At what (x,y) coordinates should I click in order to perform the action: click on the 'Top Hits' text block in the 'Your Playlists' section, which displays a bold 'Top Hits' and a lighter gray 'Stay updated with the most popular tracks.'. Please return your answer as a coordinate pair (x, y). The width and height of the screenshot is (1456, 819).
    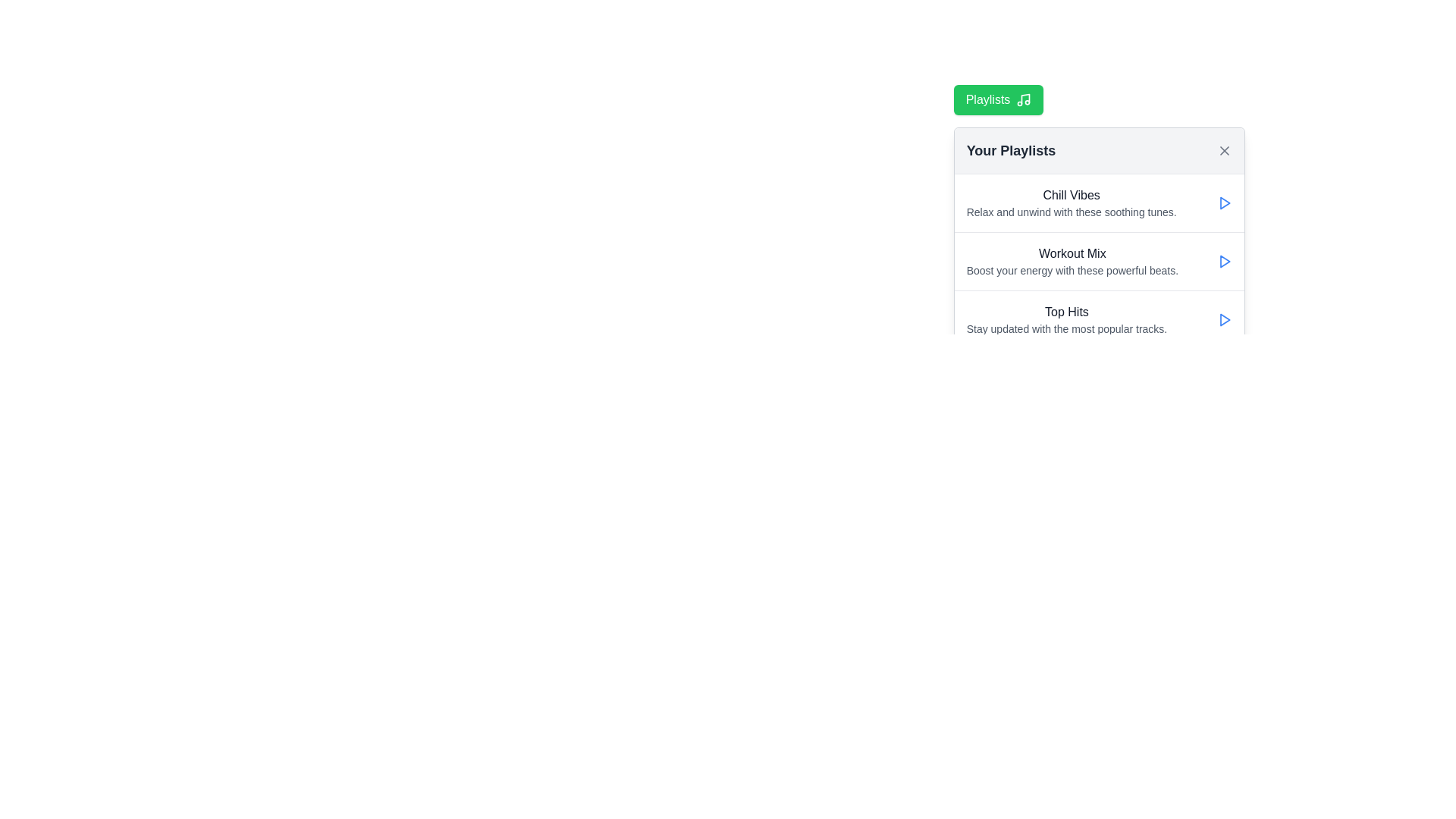
    Looking at the image, I should click on (1065, 318).